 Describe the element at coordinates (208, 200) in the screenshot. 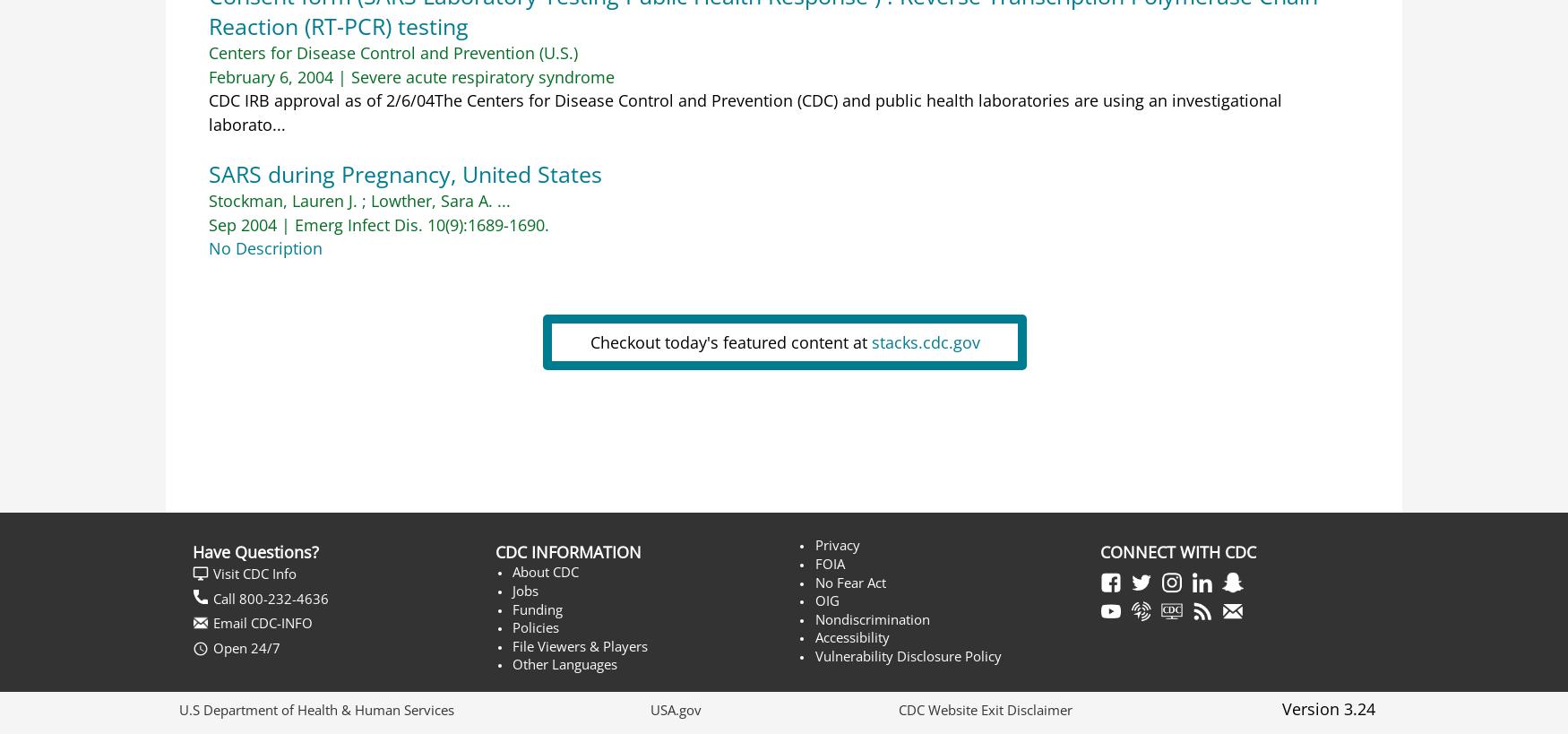

I see `'Stockman, Lauren J.'` at that location.